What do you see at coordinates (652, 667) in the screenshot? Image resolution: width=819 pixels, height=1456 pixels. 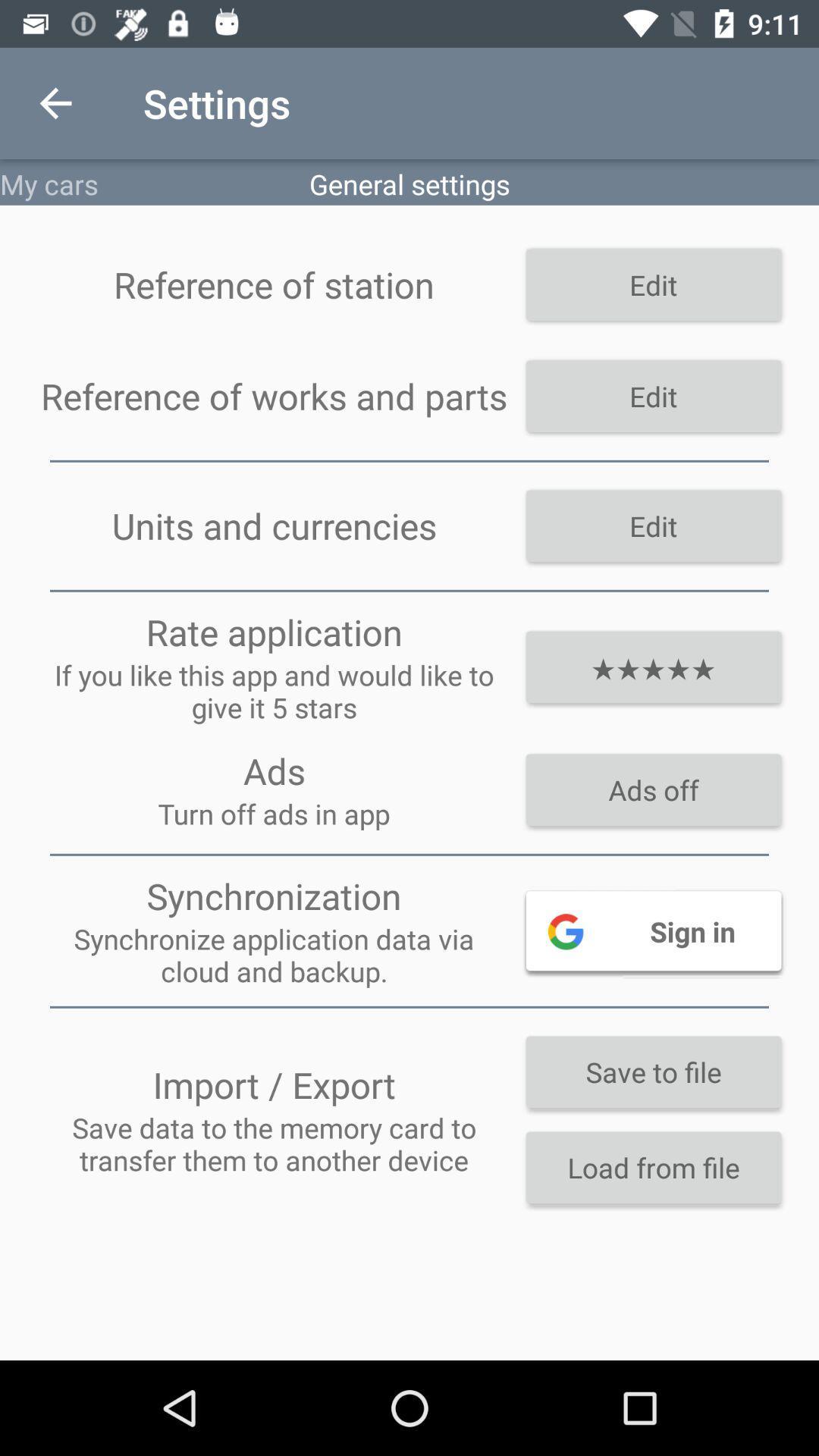 I see `the item to the right of the rate application icon` at bounding box center [652, 667].